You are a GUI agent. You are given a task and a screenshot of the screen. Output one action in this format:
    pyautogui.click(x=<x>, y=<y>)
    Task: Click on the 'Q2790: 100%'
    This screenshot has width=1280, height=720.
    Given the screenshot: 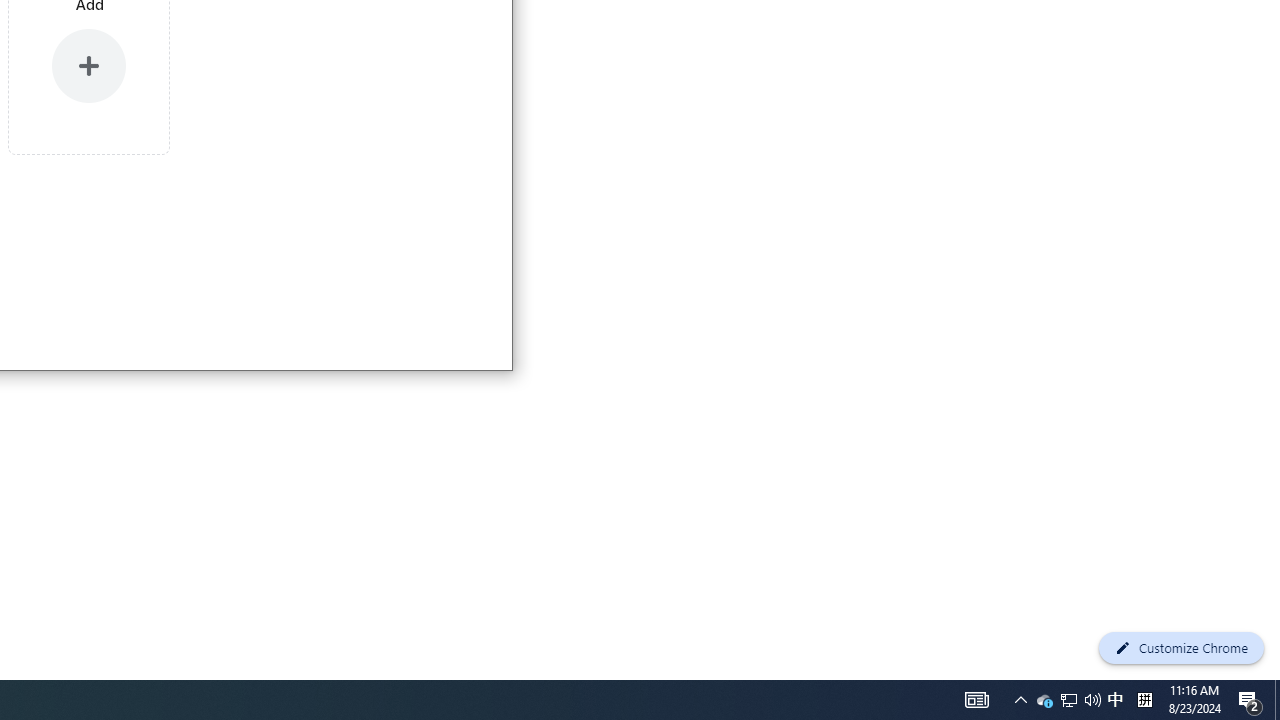 What is the action you would take?
    pyautogui.click(x=1114, y=698)
    